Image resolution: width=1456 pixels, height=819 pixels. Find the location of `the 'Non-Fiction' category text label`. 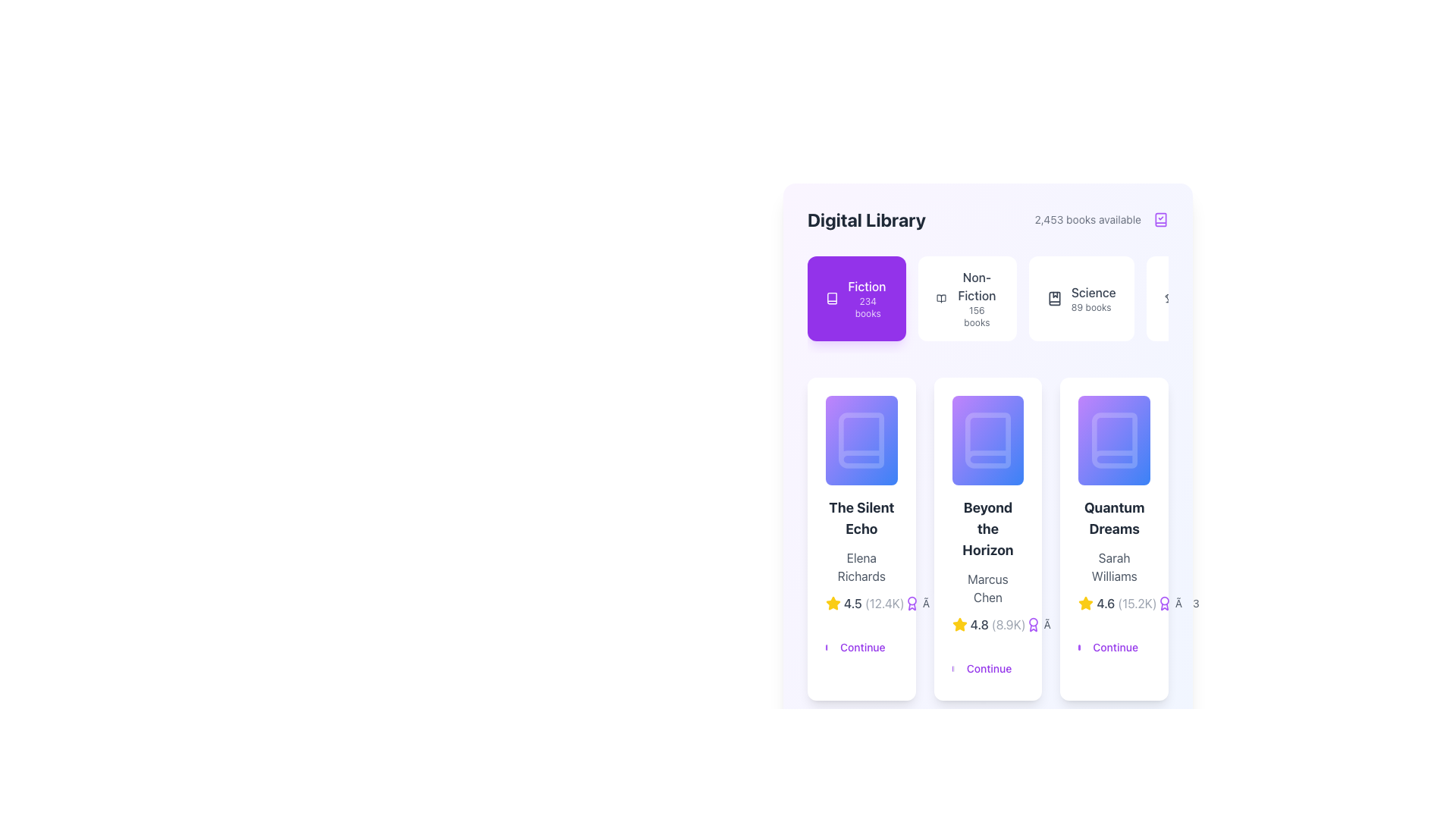

the 'Non-Fiction' category text label is located at coordinates (977, 298).